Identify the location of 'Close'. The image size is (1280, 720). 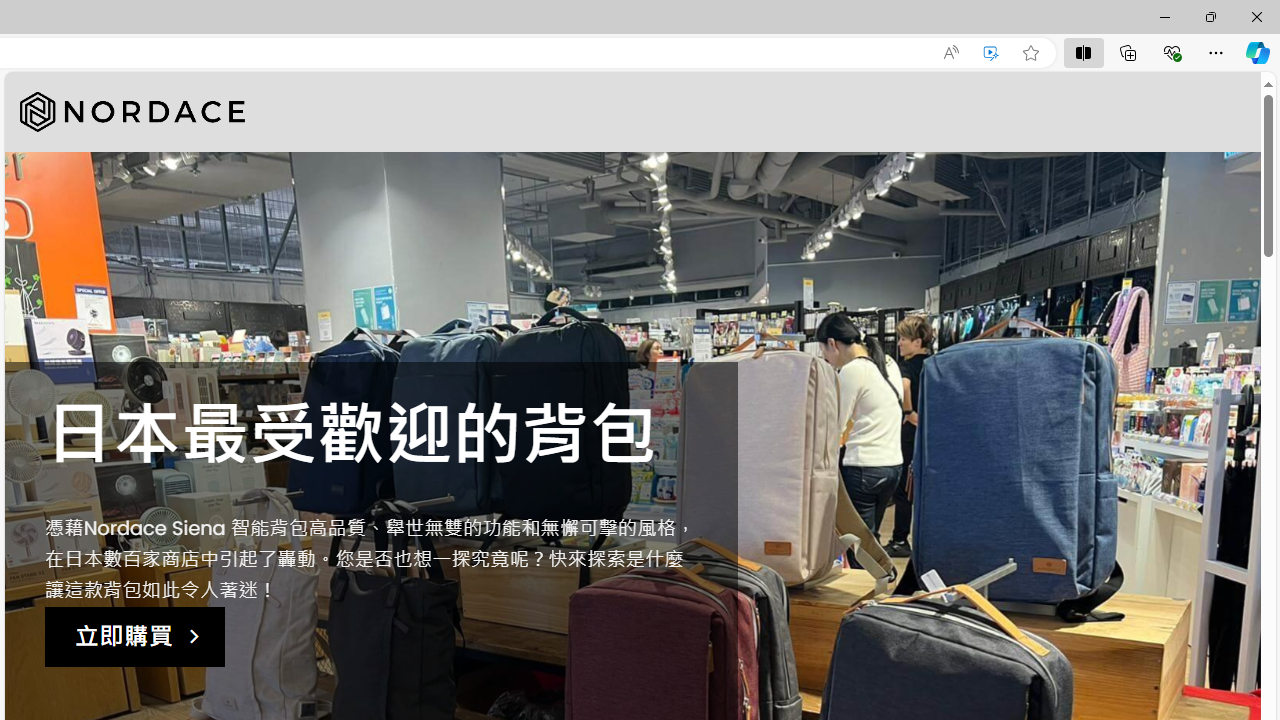
(1255, 16).